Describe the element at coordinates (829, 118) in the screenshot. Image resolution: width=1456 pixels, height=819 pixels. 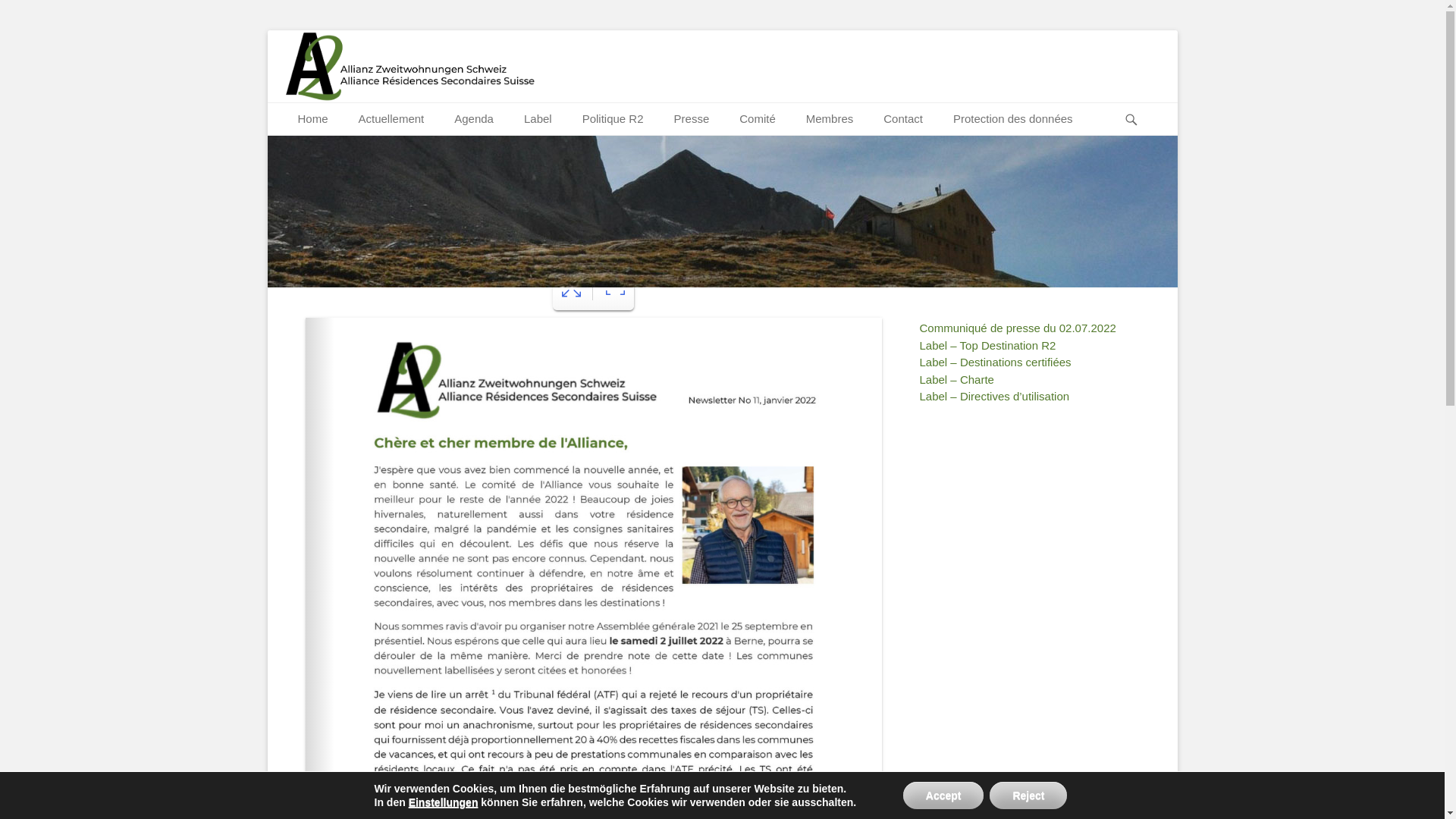
I see `'Membres'` at that location.